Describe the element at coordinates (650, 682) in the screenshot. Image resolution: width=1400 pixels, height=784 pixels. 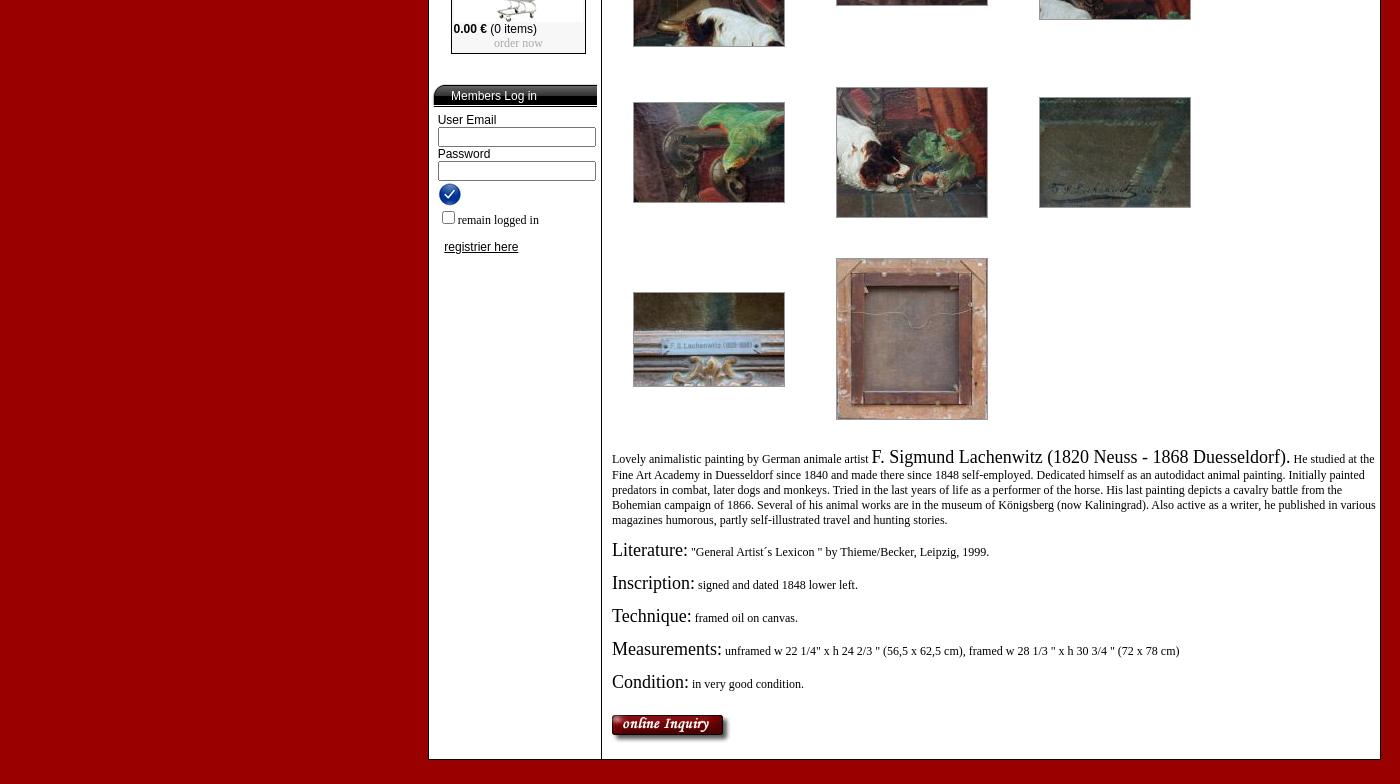
I see `'Condition:'` at that location.